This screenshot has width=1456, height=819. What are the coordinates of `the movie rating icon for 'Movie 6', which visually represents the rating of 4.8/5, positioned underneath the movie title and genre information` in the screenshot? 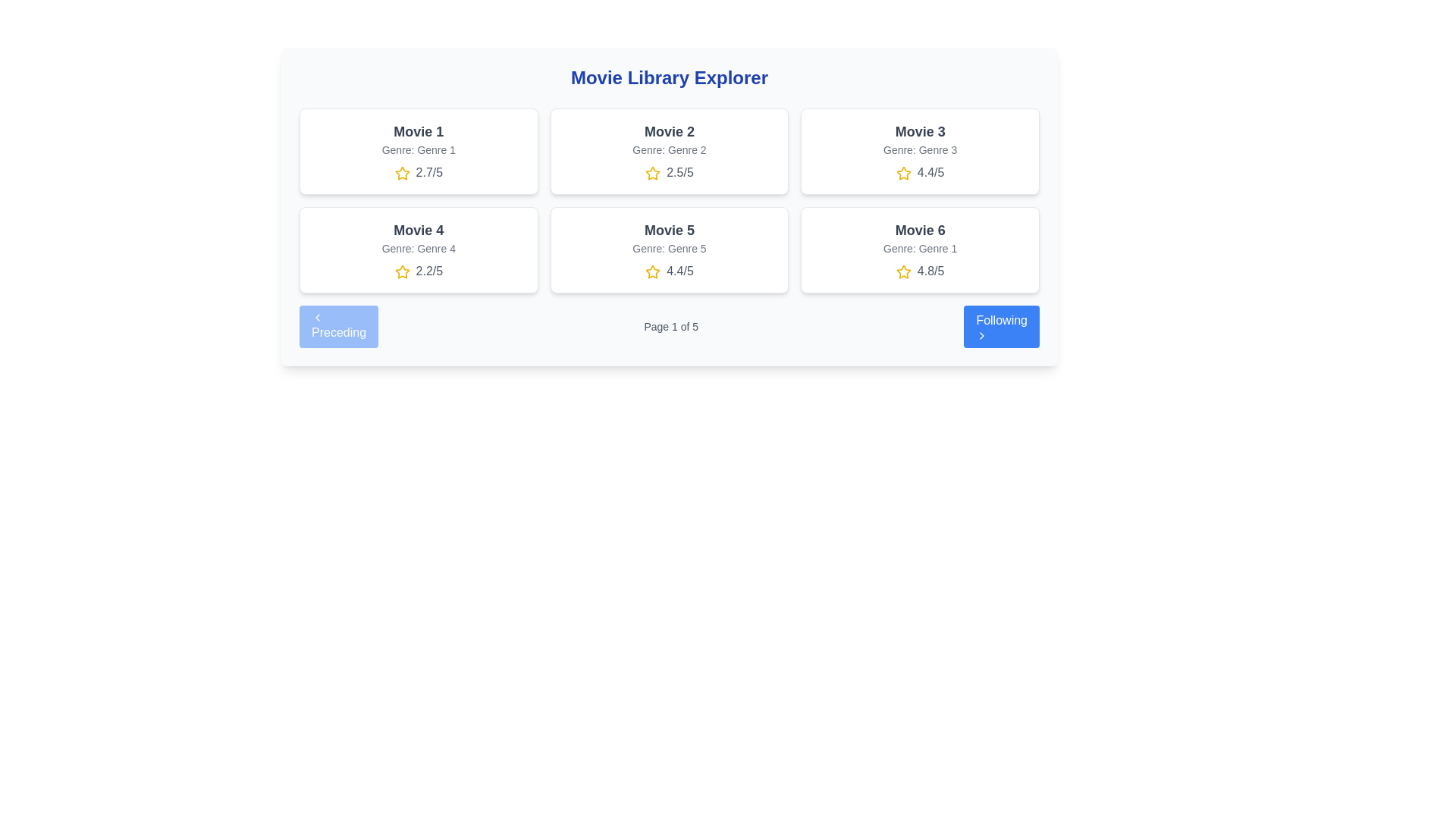 It's located at (903, 271).